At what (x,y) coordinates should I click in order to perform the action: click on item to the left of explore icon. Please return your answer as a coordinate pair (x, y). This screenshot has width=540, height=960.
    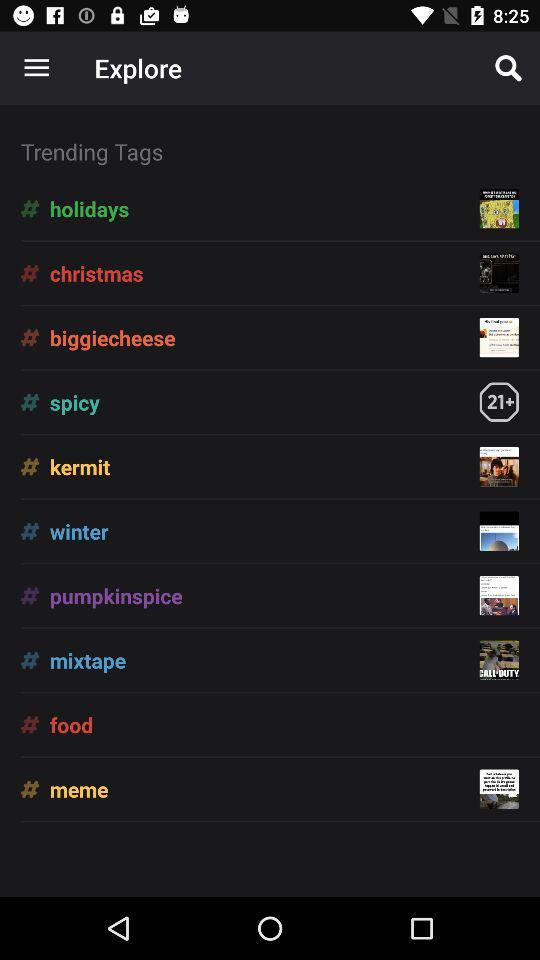
    Looking at the image, I should click on (36, 68).